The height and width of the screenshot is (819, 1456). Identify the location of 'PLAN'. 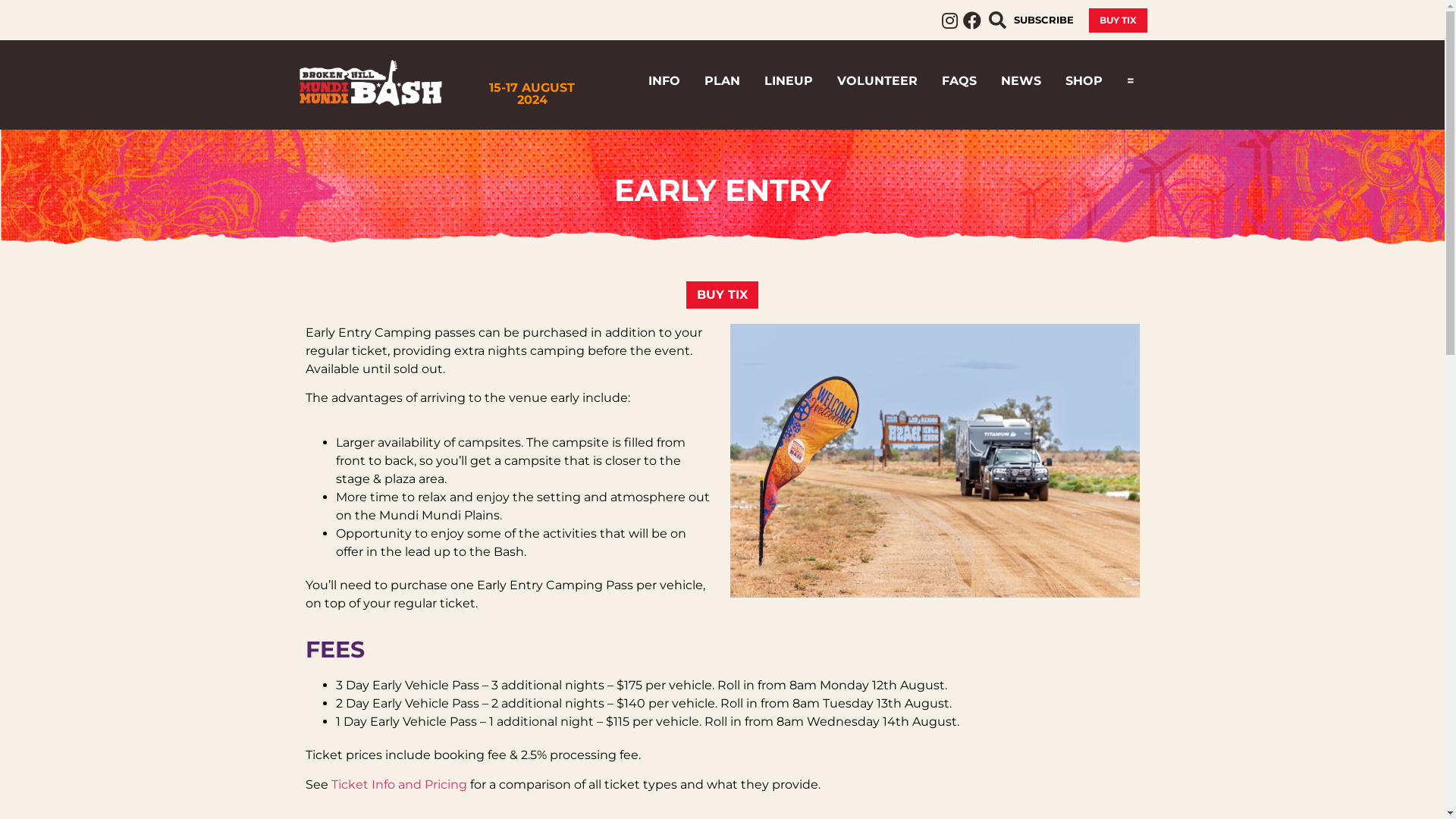
(721, 81).